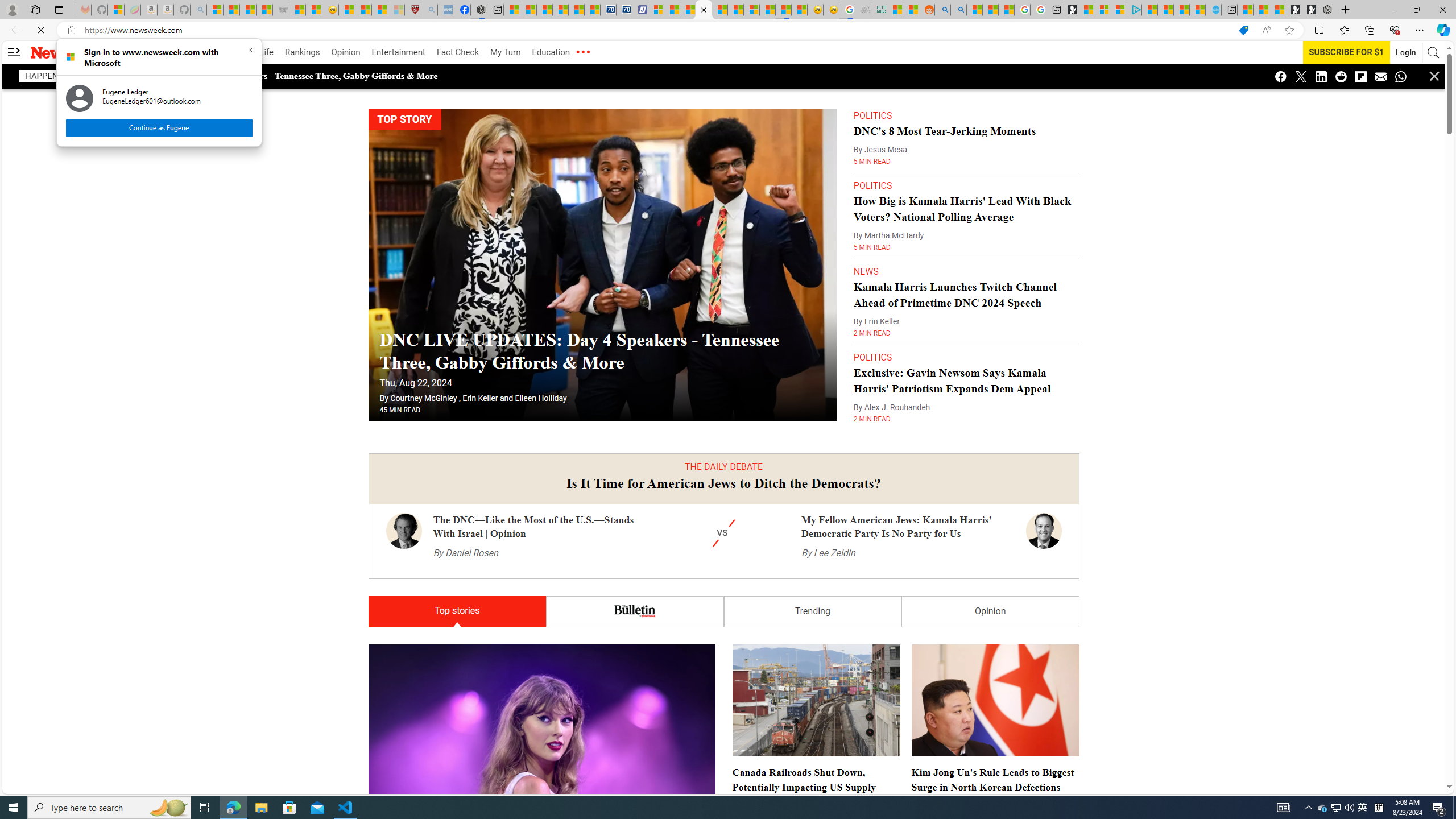 This screenshot has width=1456, height=819. Describe the element at coordinates (549, 52) in the screenshot. I see `'Education'` at that location.